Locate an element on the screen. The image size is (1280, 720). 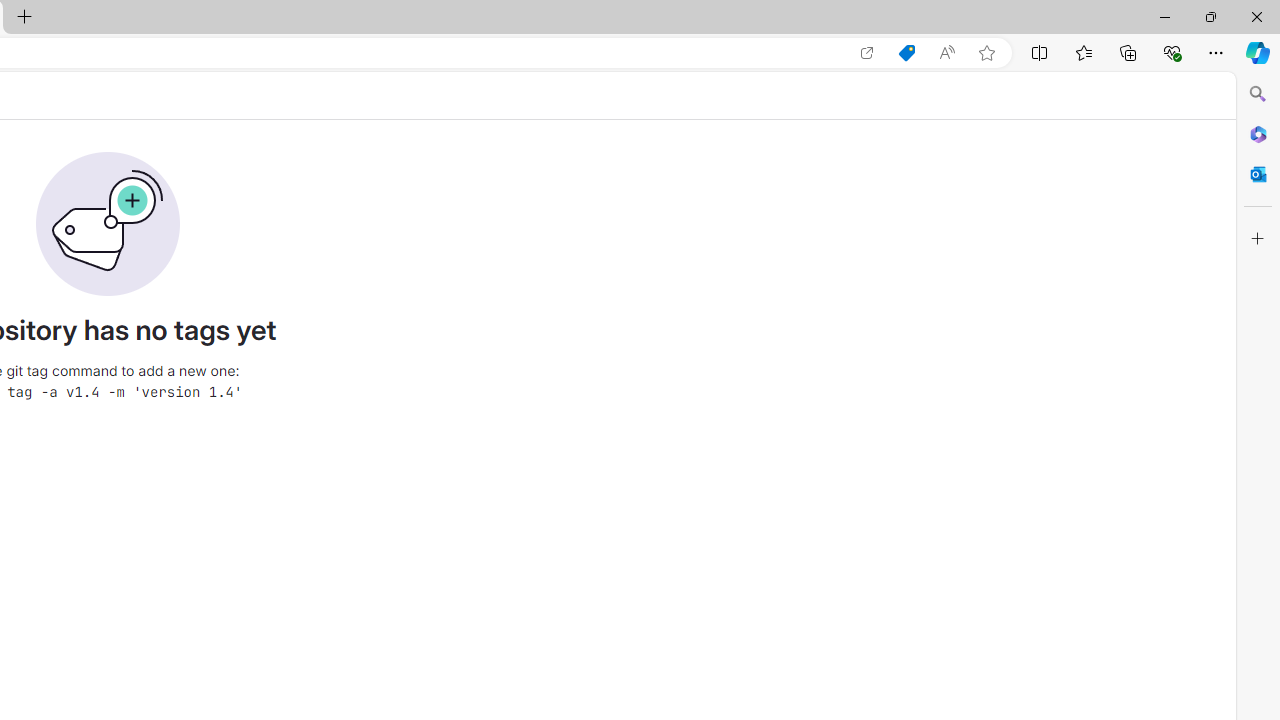
'Shopping in Microsoft Edge' is located at coordinates (905, 52).